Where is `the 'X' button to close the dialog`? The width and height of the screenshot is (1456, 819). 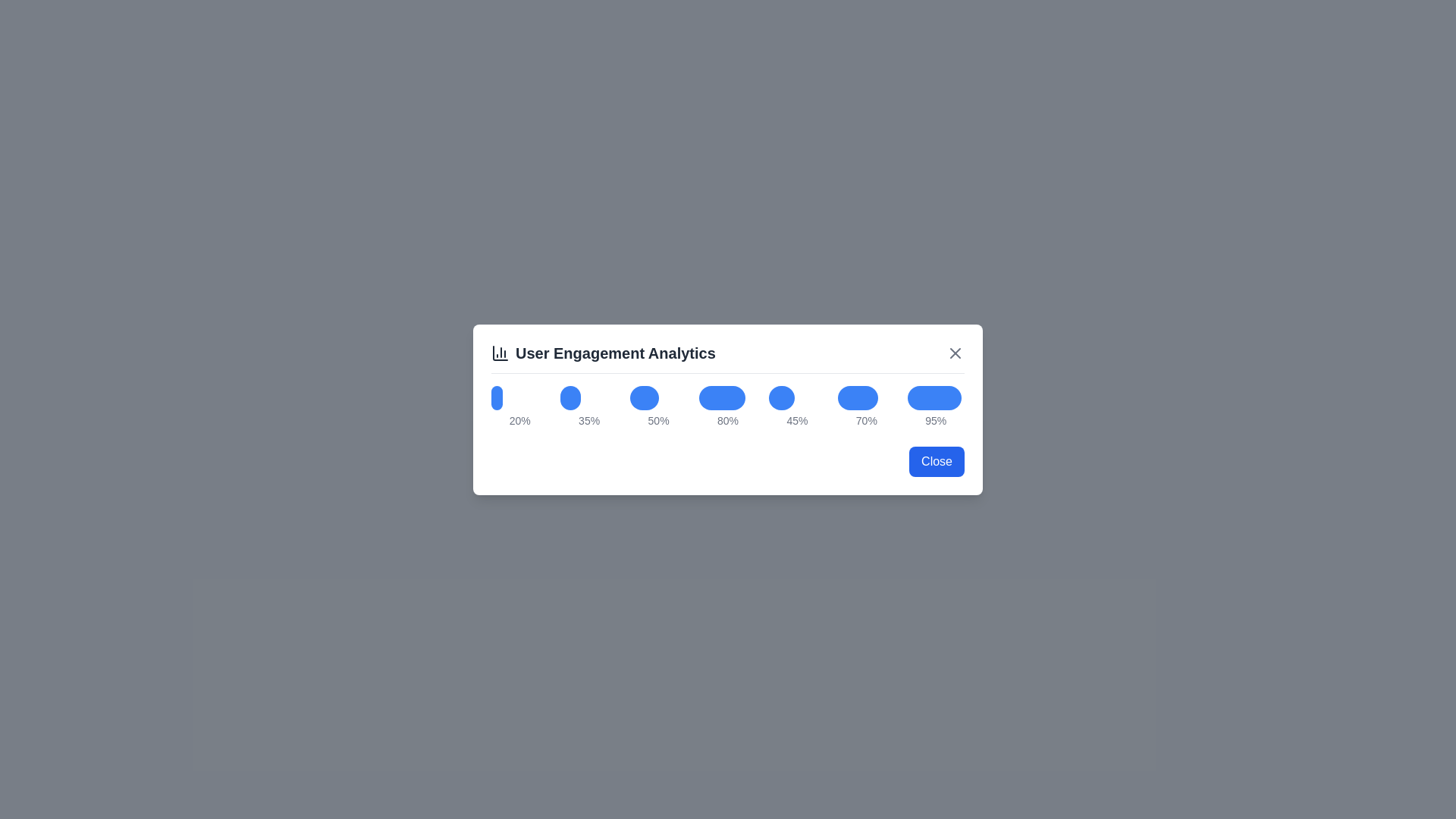
the 'X' button to close the dialog is located at coordinates (954, 353).